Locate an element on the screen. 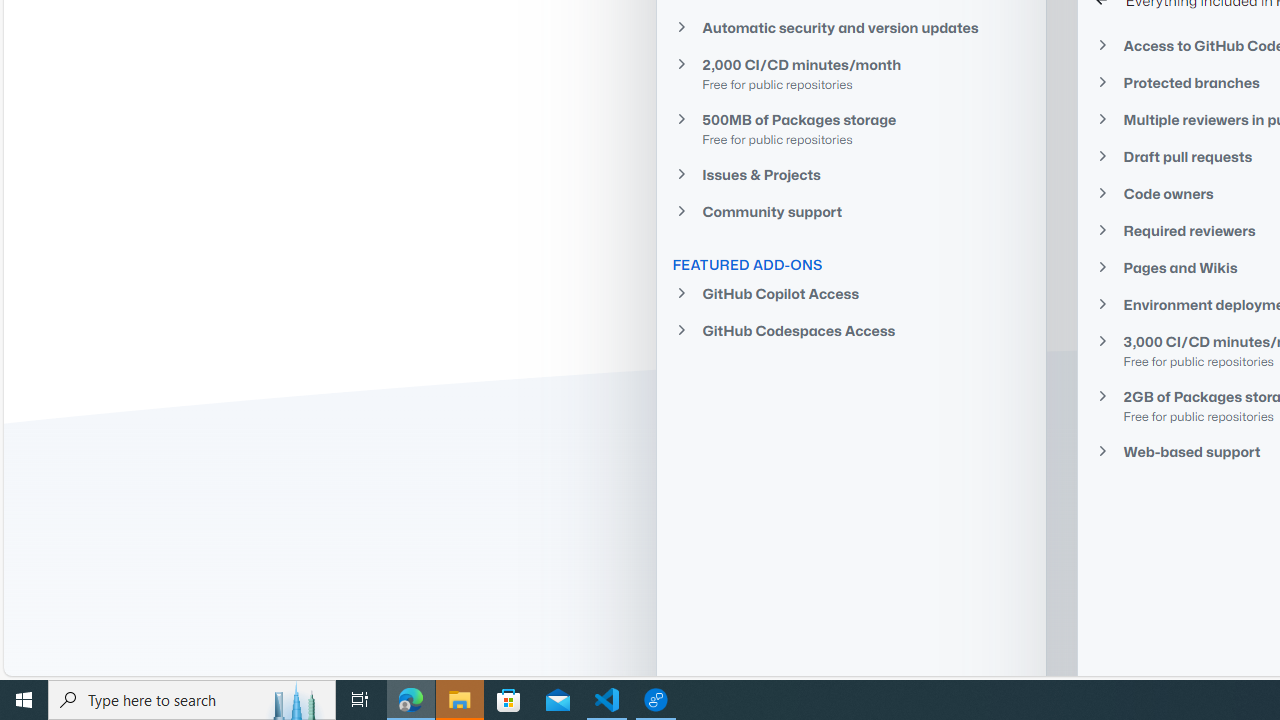 This screenshot has height=720, width=1280. '500MB of Packages storageFree for public repositories' is located at coordinates (851, 128).